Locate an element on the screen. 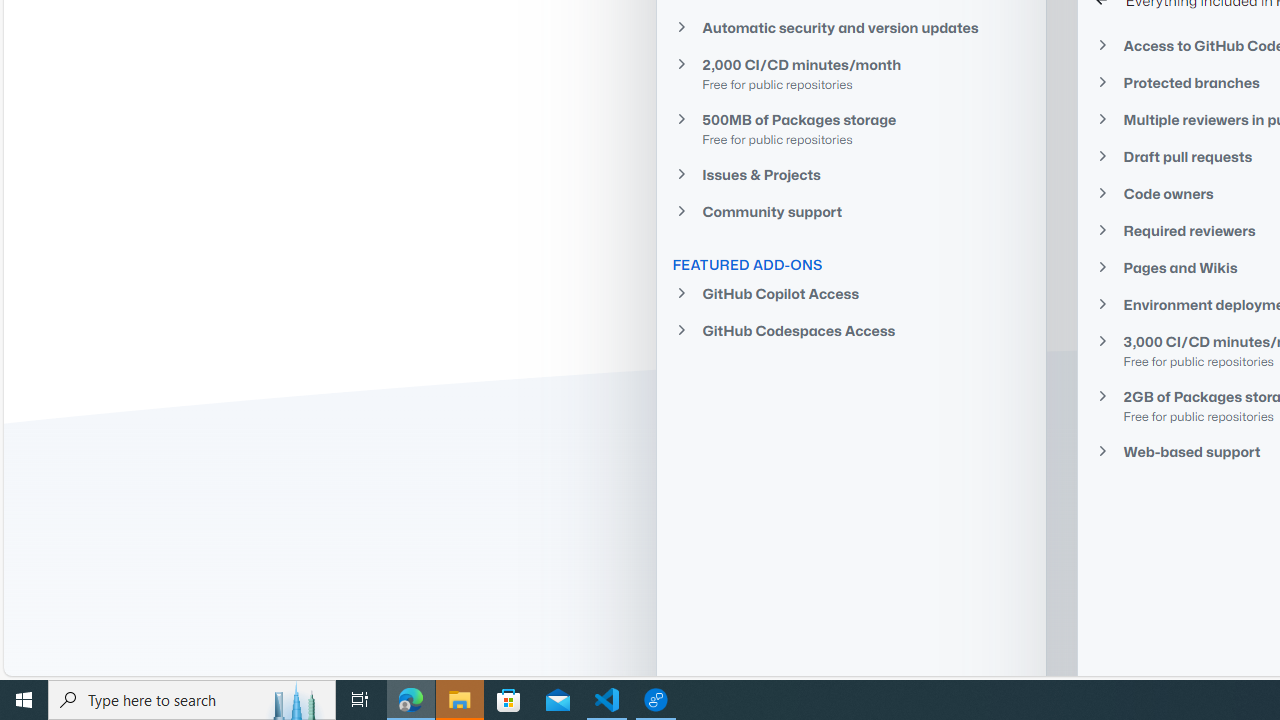 This screenshot has height=720, width=1280. '500MB of Packages storageFree for public repositories' is located at coordinates (851, 128).